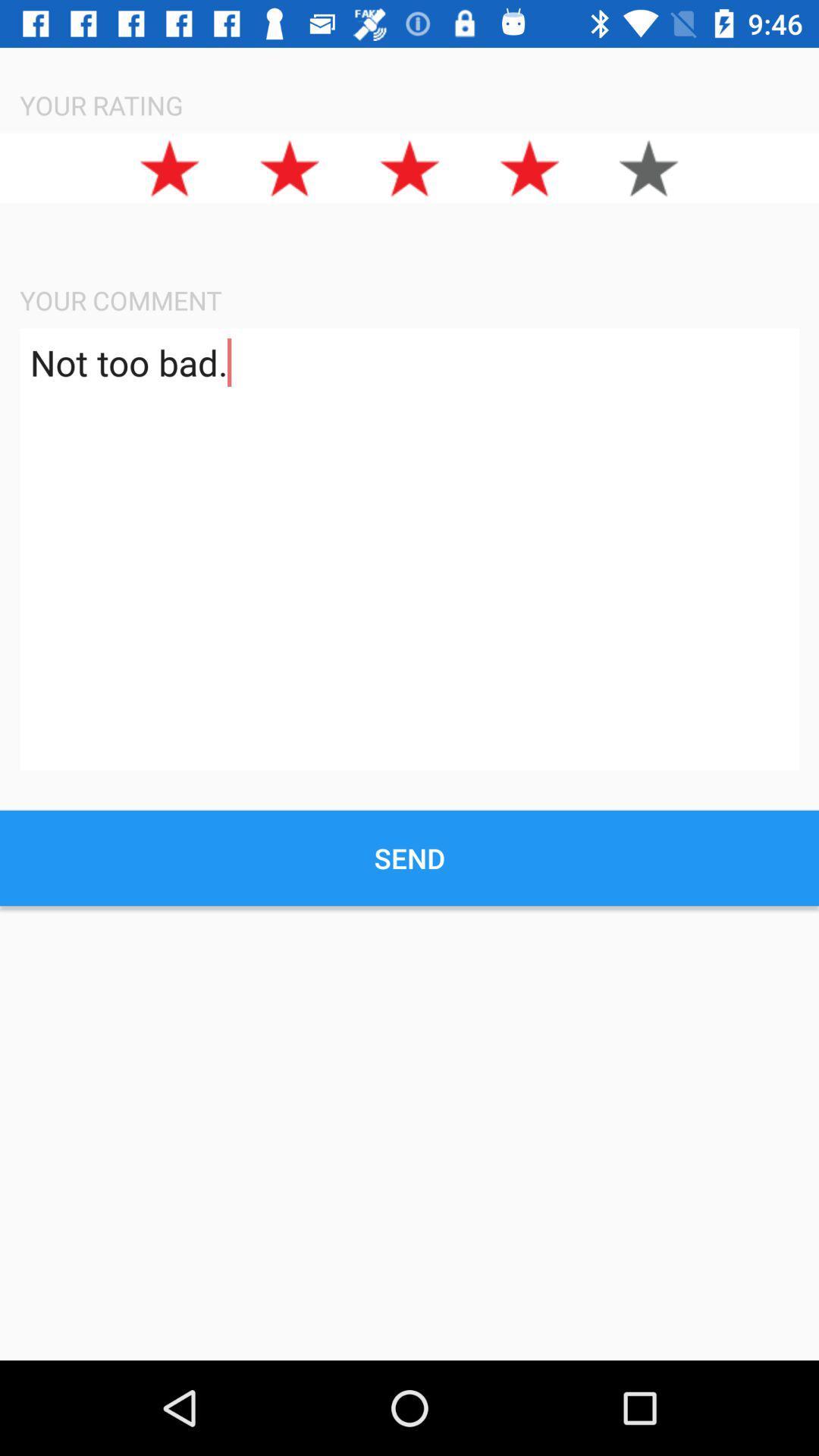 The height and width of the screenshot is (1456, 819). I want to click on the star icon, so click(528, 168).